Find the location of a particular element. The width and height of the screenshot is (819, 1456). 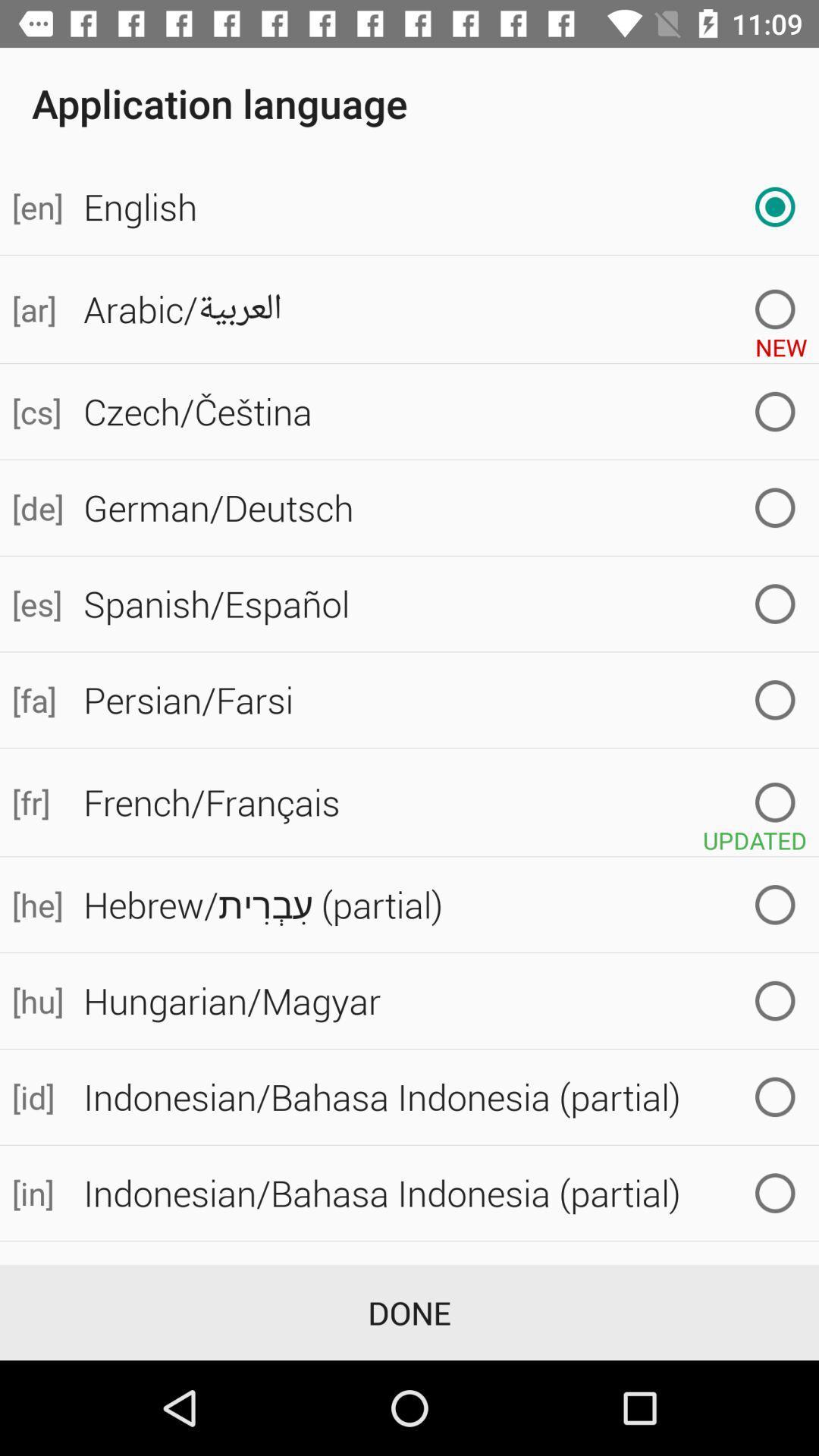

the new at the top right corner is located at coordinates (781, 340).